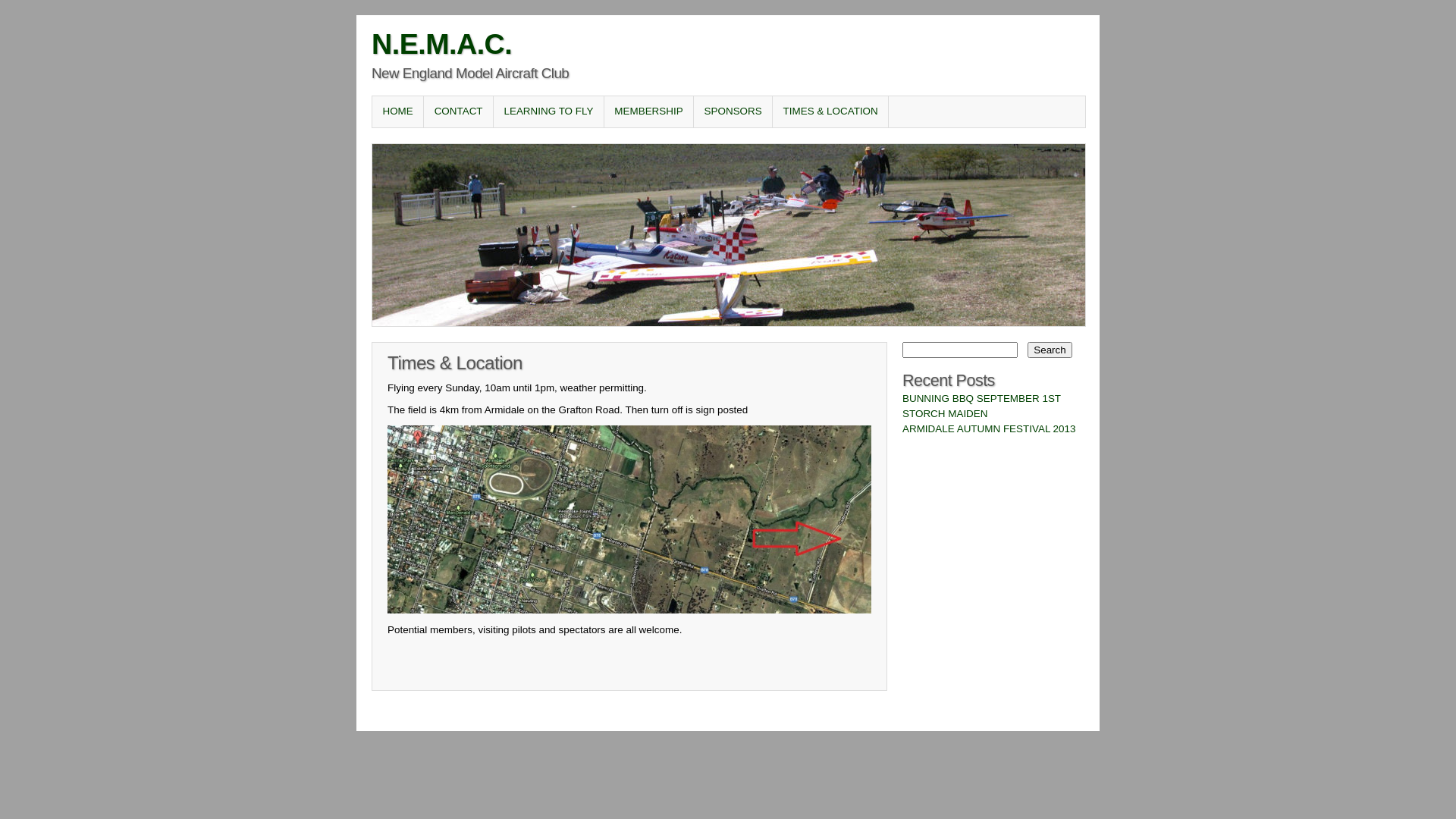 The width and height of the screenshot is (1456, 819). Describe the element at coordinates (603, 110) in the screenshot. I see `'MEMBERSHIP'` at that location.